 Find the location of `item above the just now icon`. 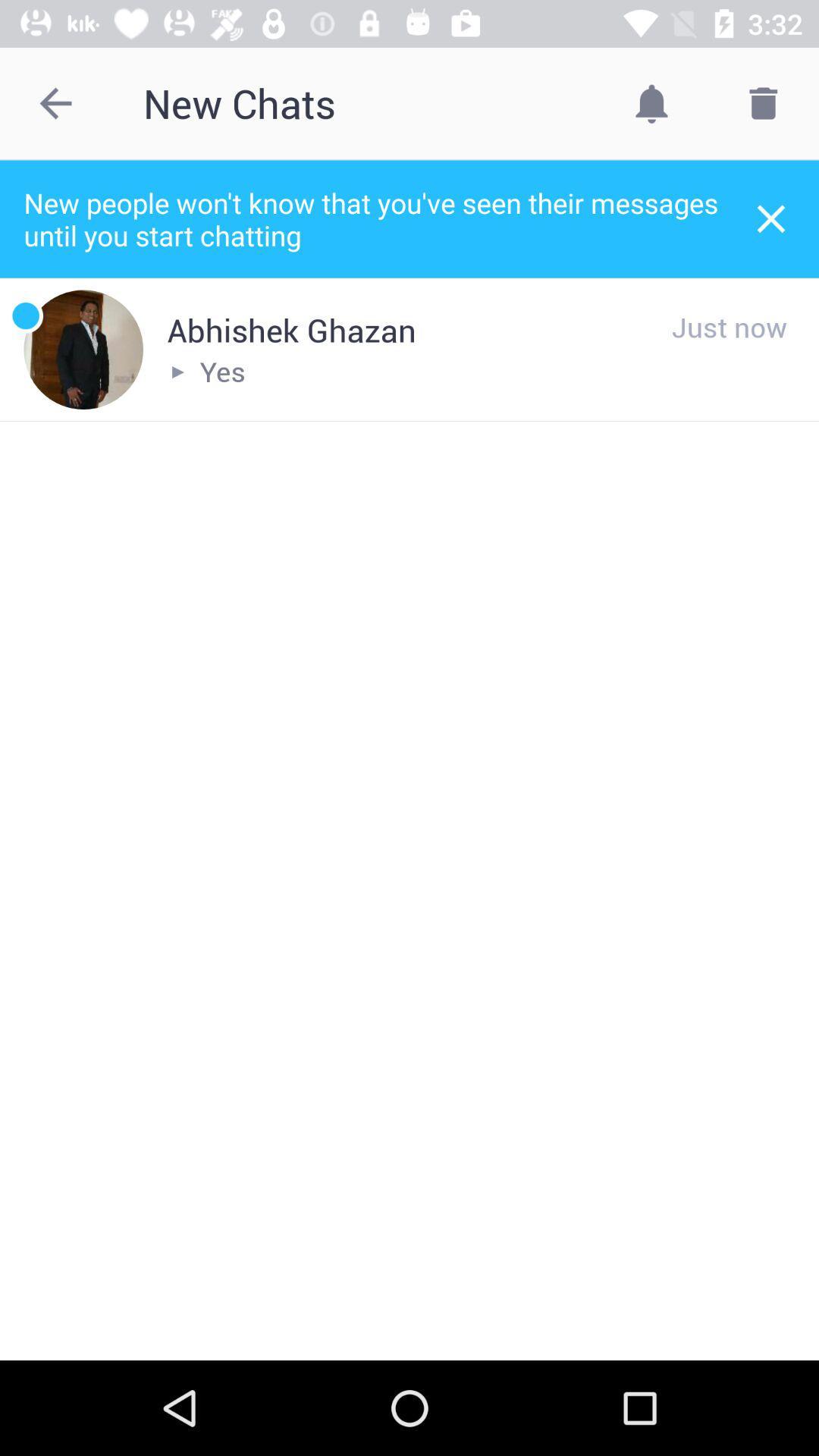

item above the just now icon is located at coordinates (771, 218).